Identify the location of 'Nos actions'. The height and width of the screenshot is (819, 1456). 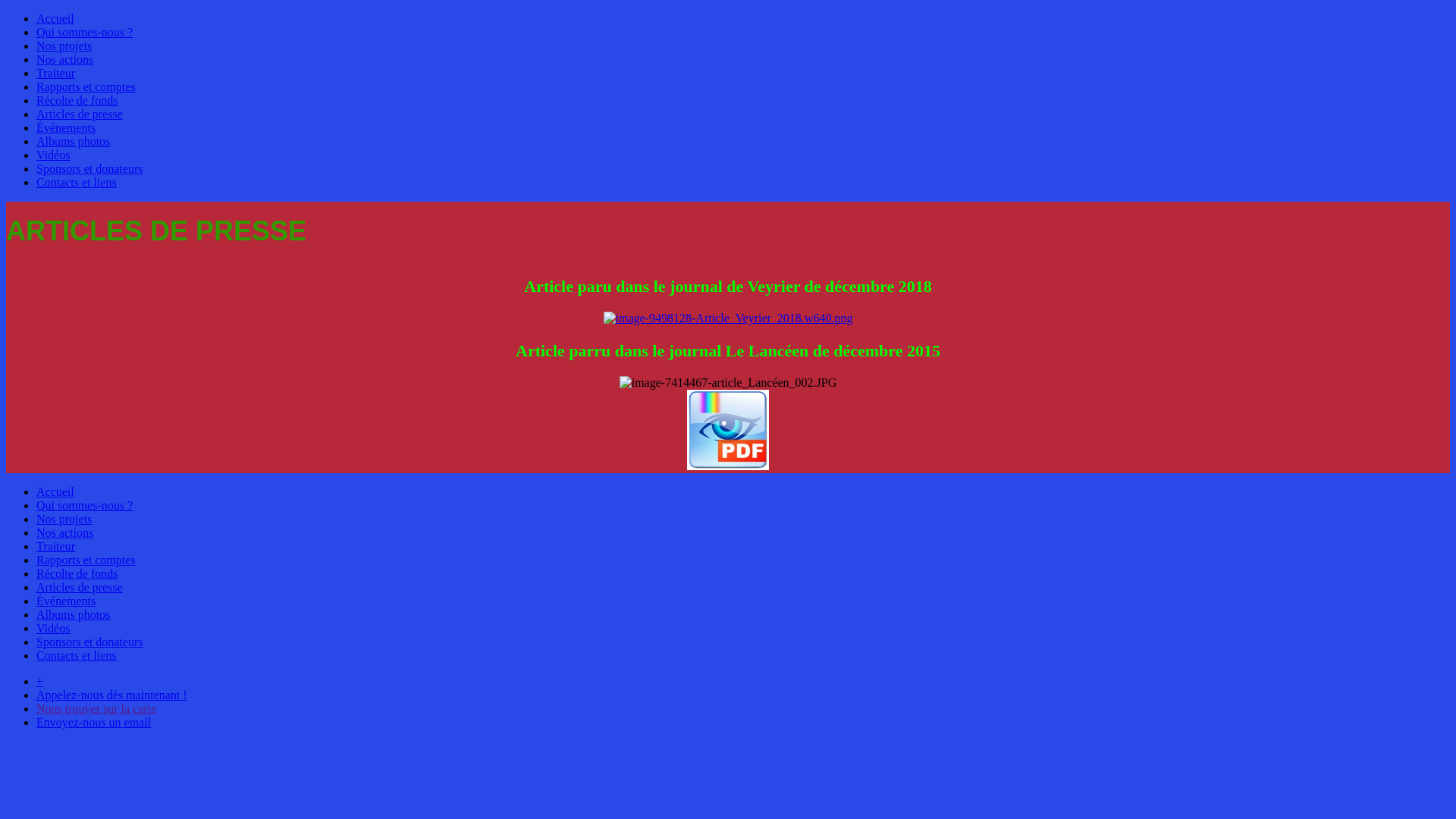
(64, 58).